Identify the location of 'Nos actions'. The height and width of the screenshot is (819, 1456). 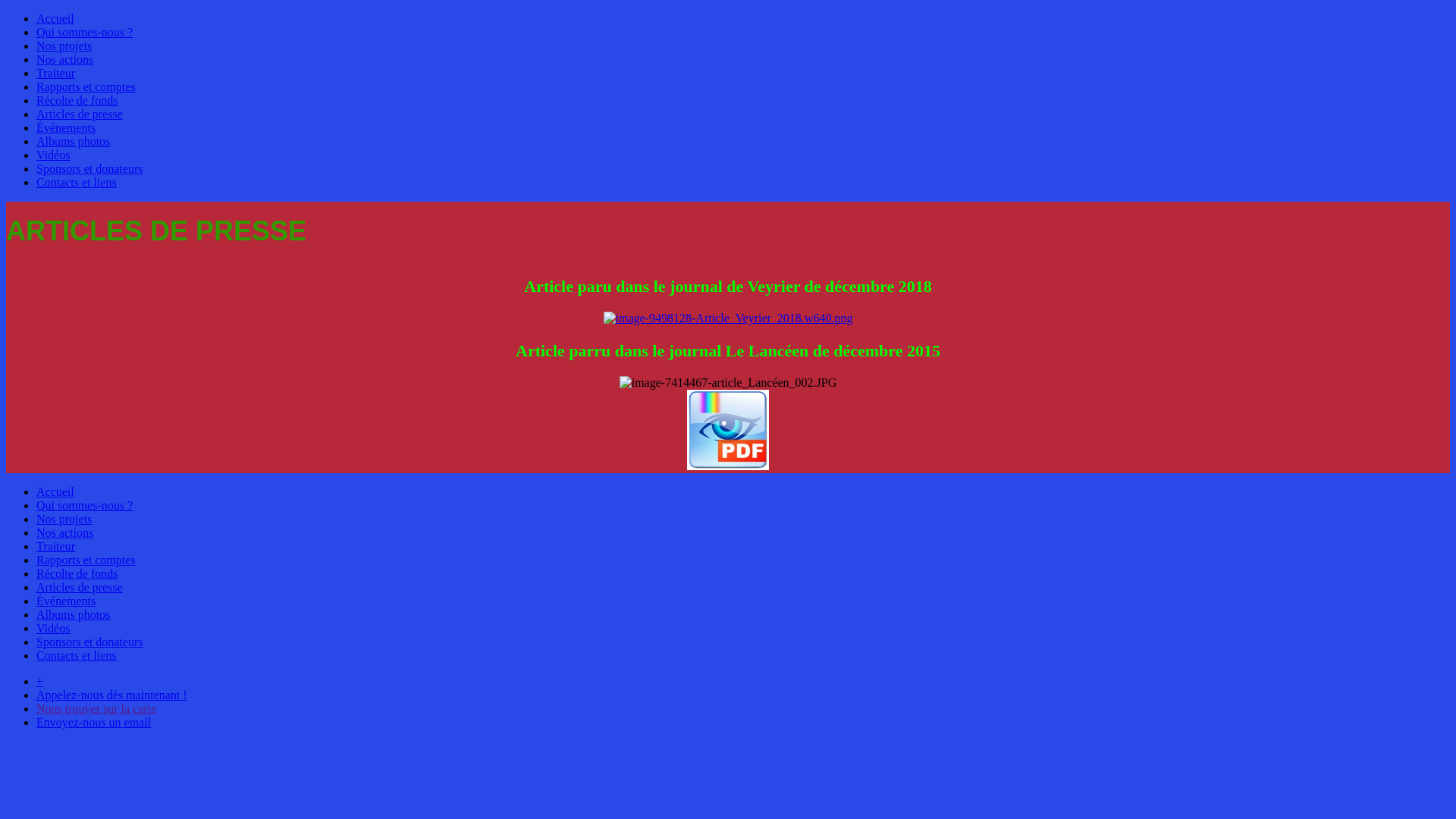
(64, 58).